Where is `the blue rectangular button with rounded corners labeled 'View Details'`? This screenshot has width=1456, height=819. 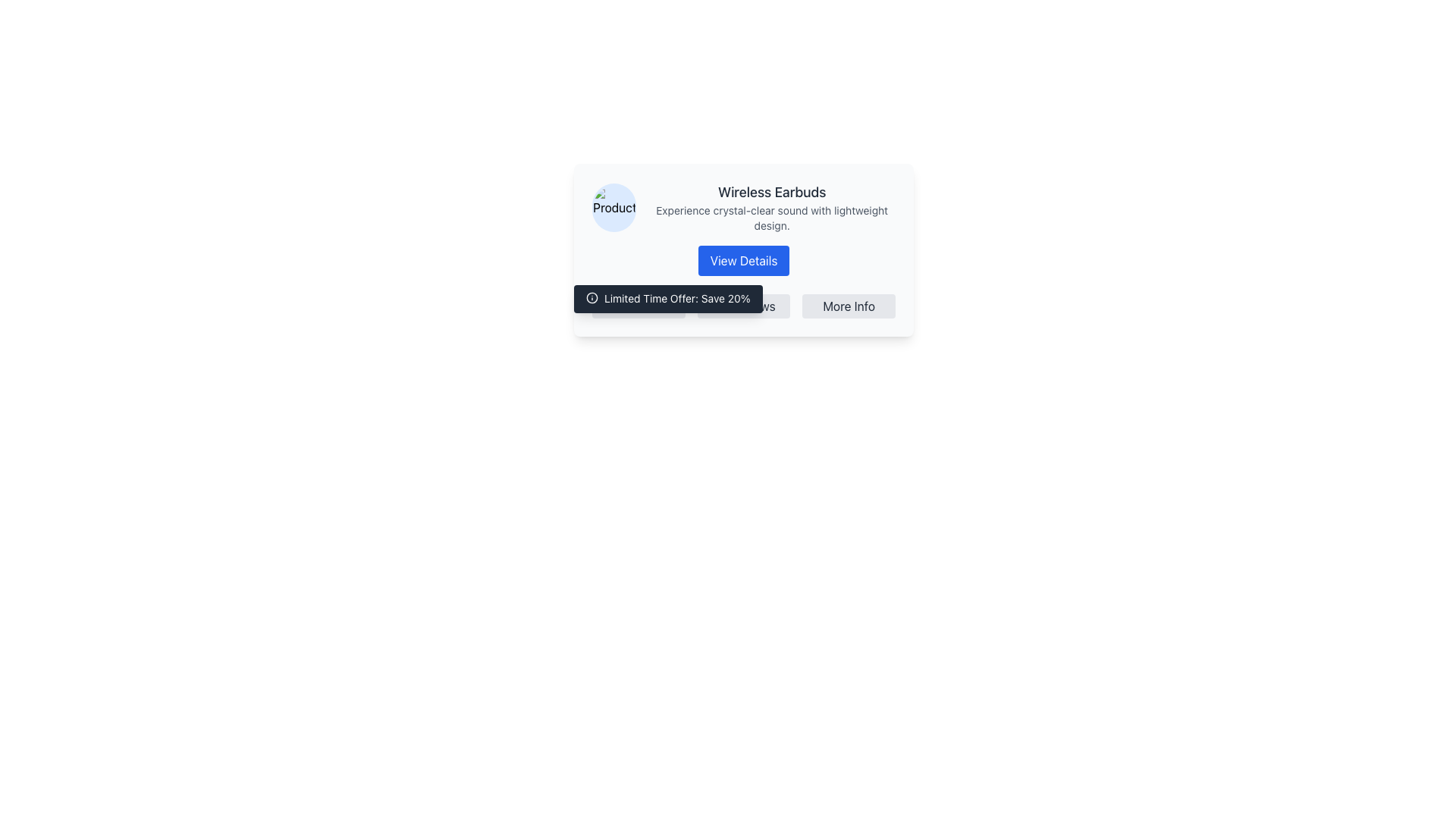
the blue rectangular button with rounded corners labeled 'View Details' is located at coordinates (743, 259).